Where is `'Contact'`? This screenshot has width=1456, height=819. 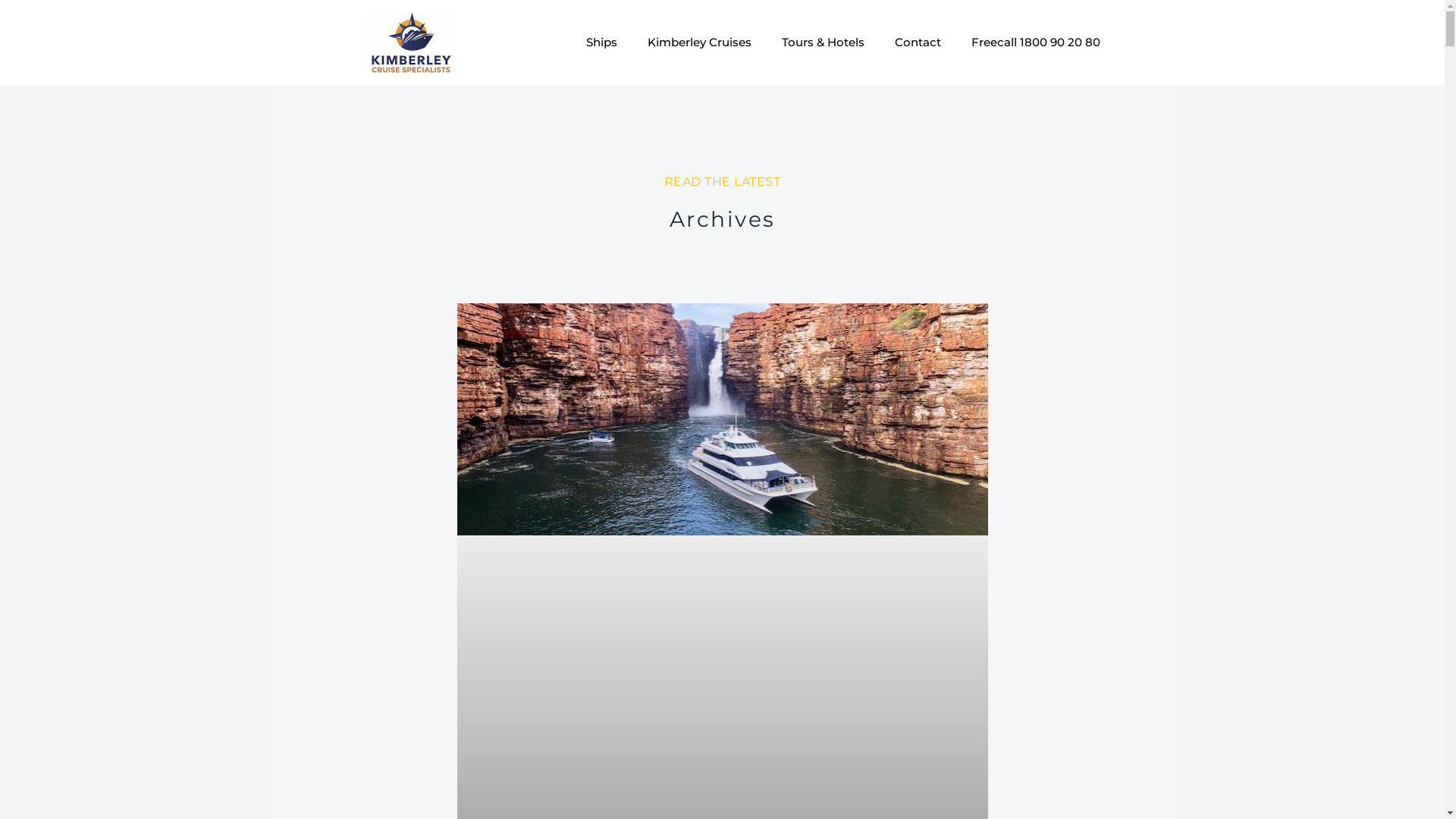 'Contact' is located at coordinates (880, 42).